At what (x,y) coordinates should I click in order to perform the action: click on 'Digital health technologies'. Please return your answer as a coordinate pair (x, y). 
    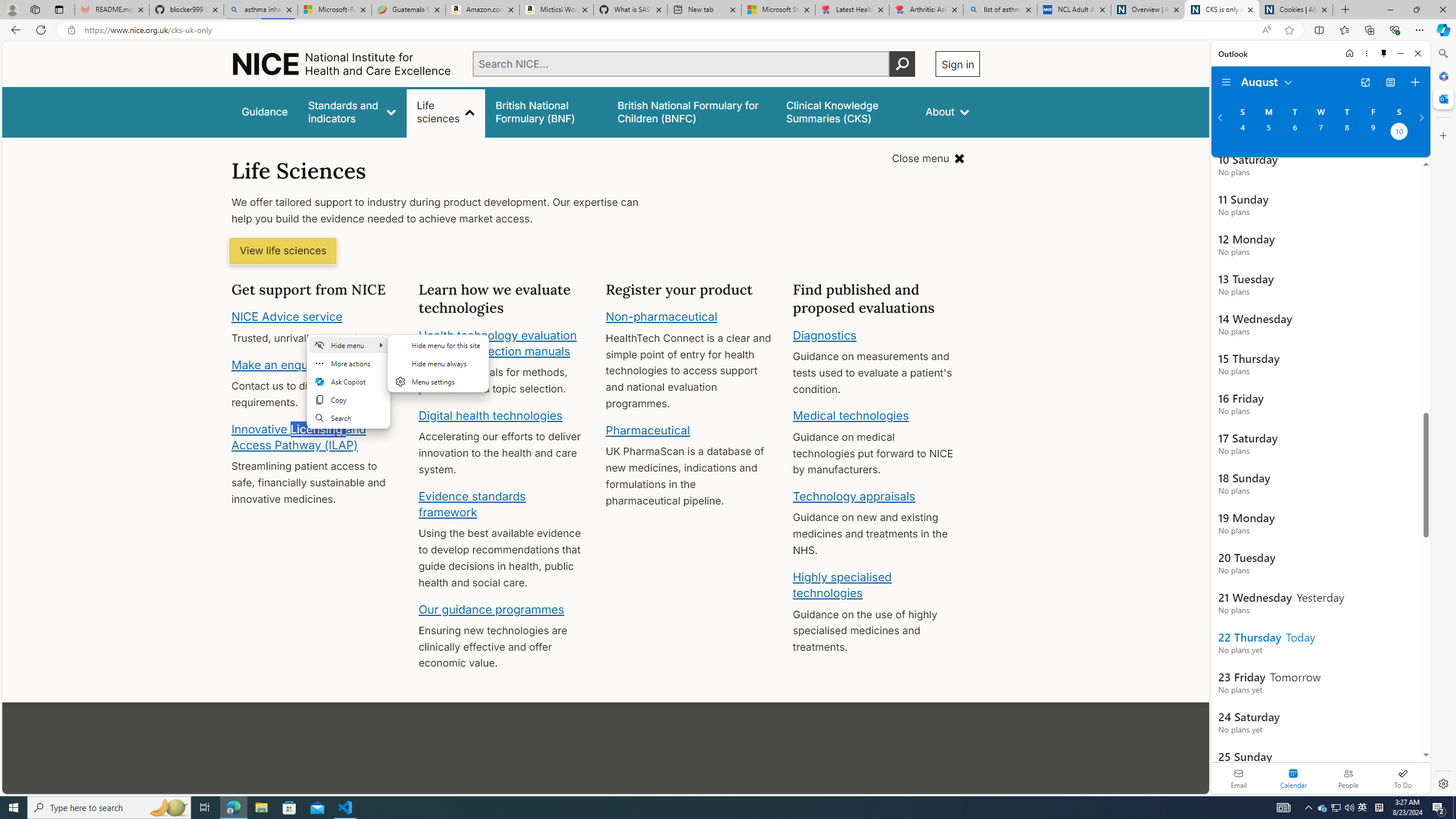
    Looking at the image, I should click on (490, 415).